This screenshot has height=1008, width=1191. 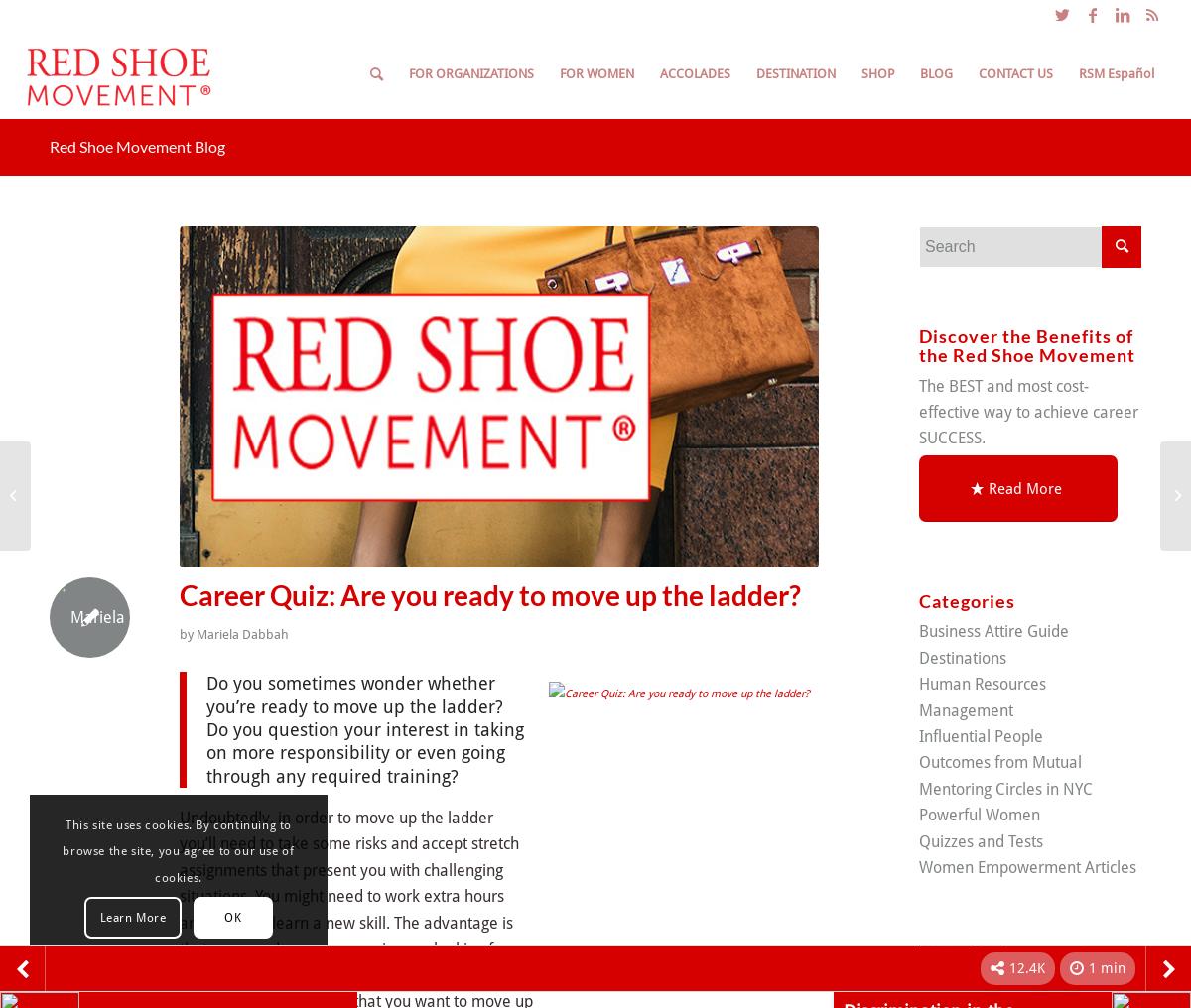 What do you see at coordinates (919, 630) in the screenshot?
I see `'Business Attire Guide'` at bounding box center [919, 630].